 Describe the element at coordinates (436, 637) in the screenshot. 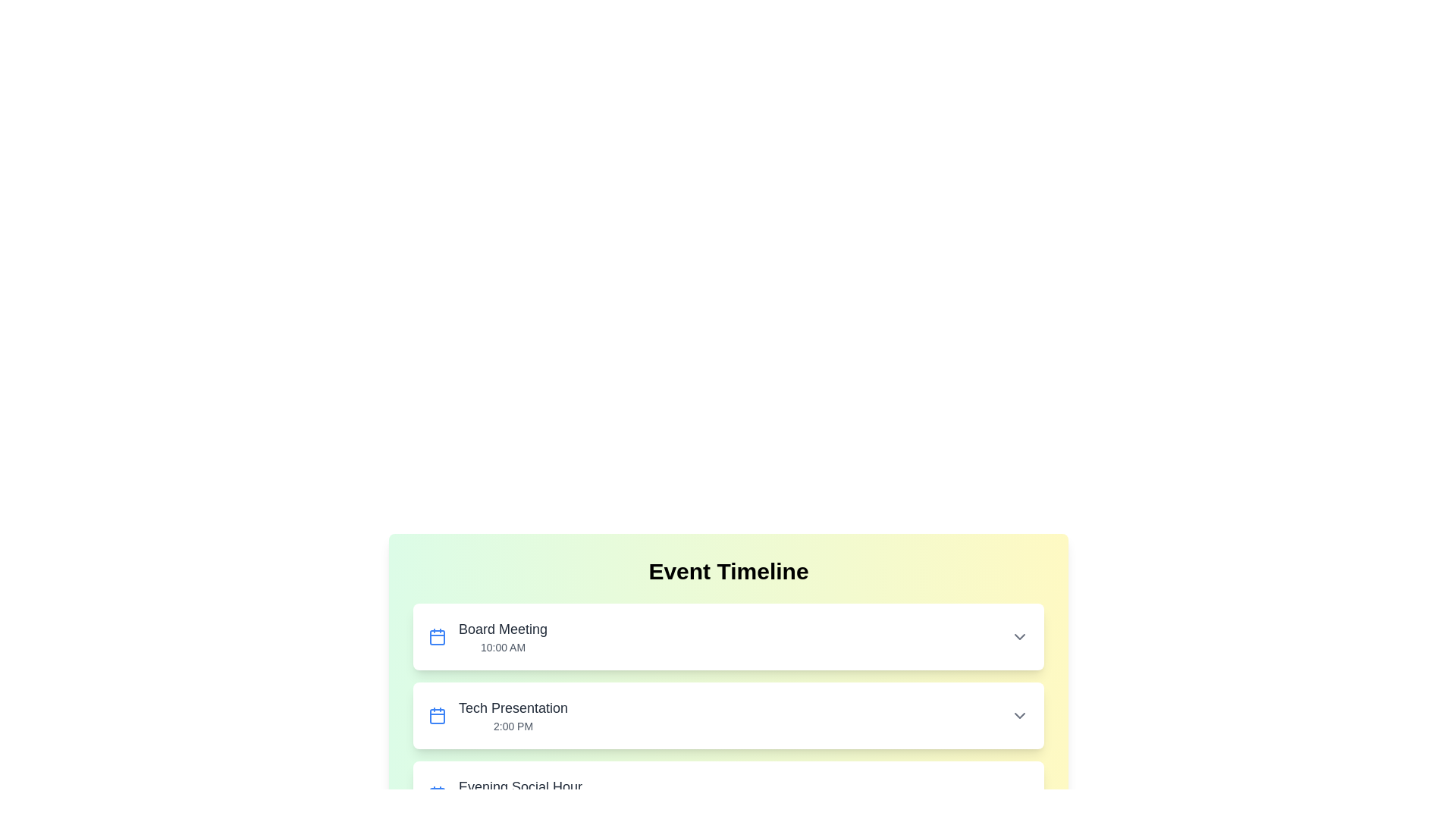

I see `the rounded rectangle within the calendar icon that has a blue stroke, which is centrally located in the calendar grid` at that location.